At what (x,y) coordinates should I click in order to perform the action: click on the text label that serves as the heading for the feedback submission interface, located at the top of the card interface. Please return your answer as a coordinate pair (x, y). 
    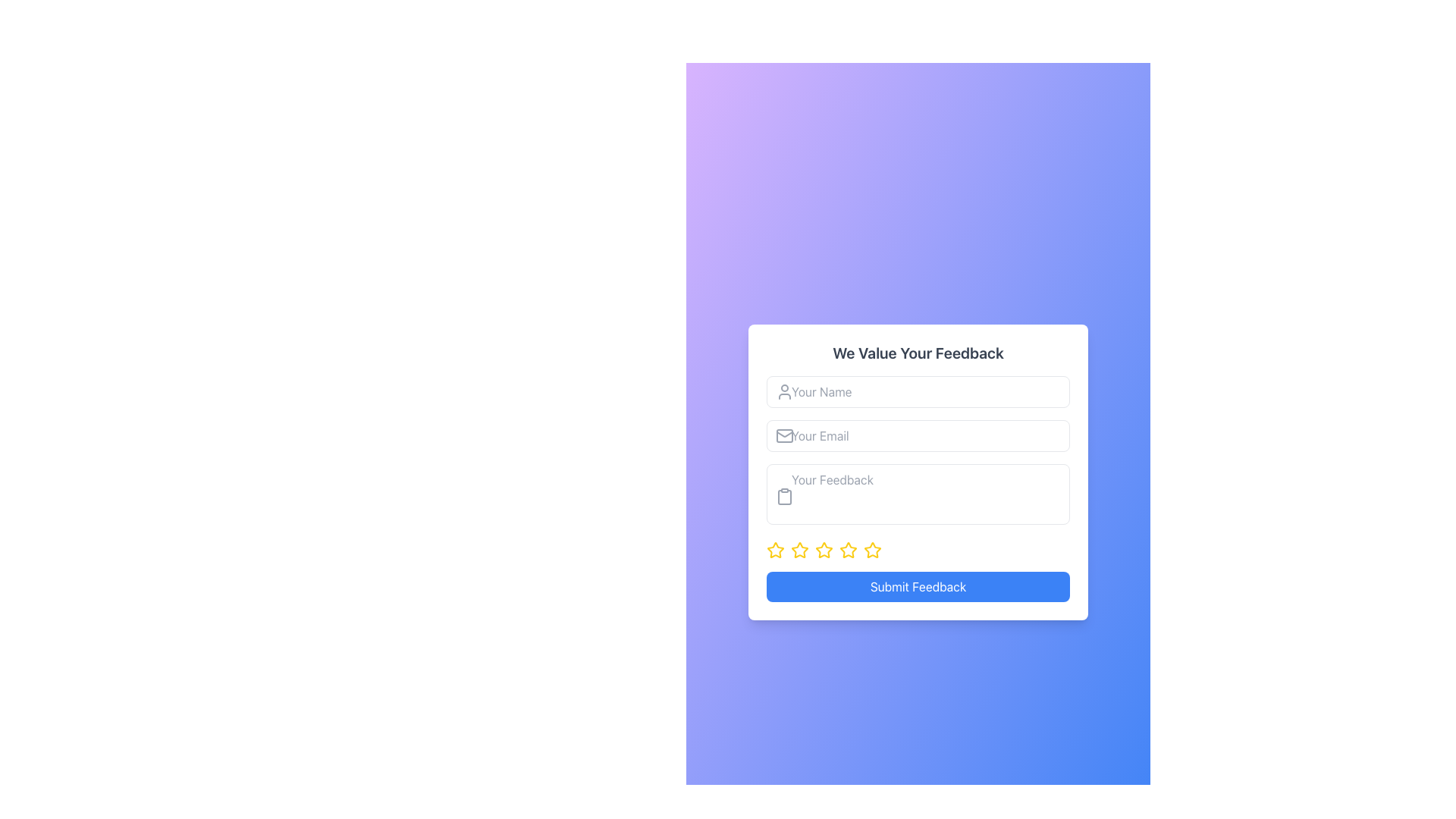
    Looking at the image, I should click on (917, 353).